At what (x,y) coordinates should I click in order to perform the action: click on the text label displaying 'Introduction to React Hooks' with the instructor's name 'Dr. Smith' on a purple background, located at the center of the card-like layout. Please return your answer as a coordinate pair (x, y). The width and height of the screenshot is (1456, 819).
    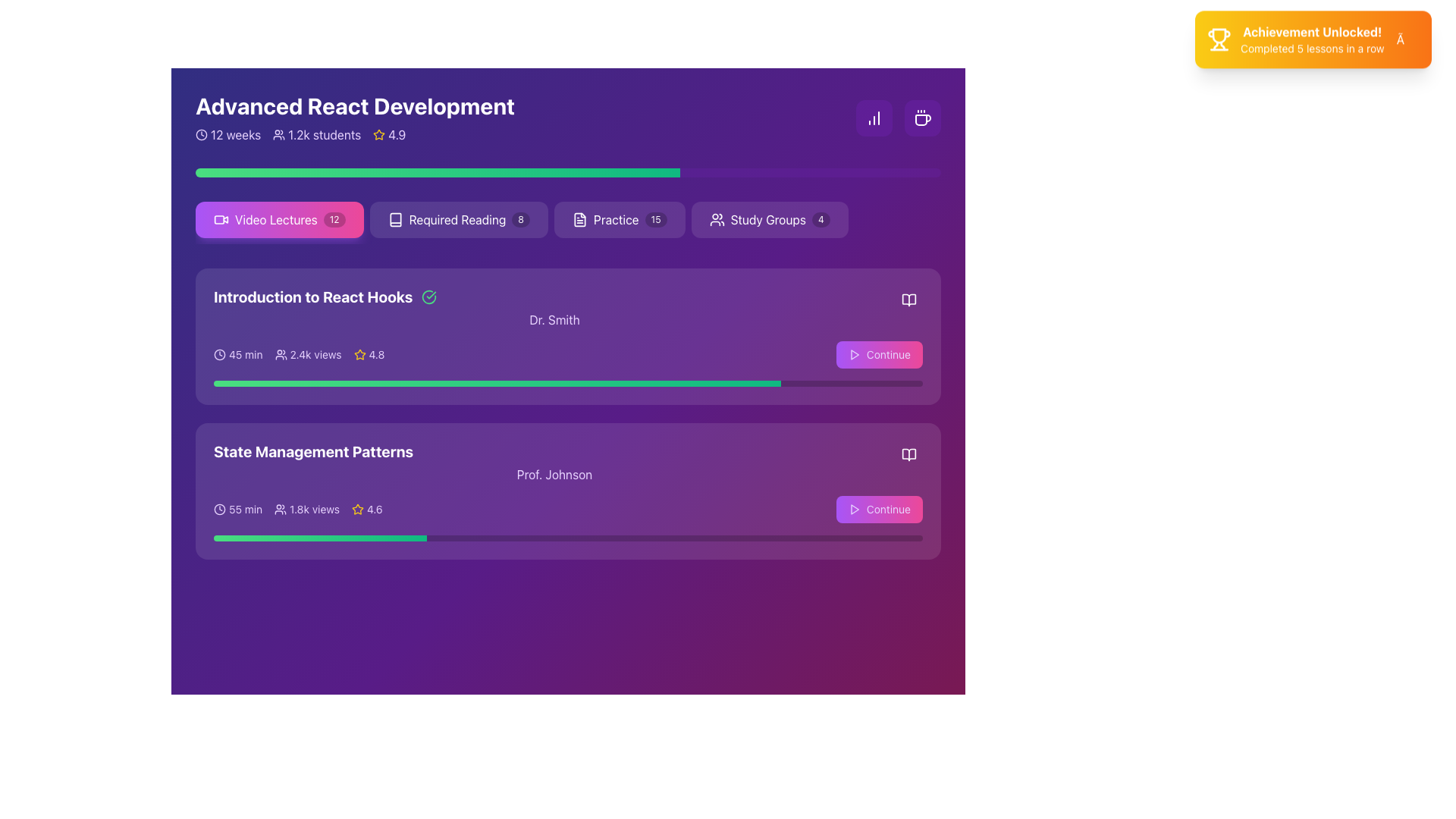
    Looking at the image, I should click on (567, 307).